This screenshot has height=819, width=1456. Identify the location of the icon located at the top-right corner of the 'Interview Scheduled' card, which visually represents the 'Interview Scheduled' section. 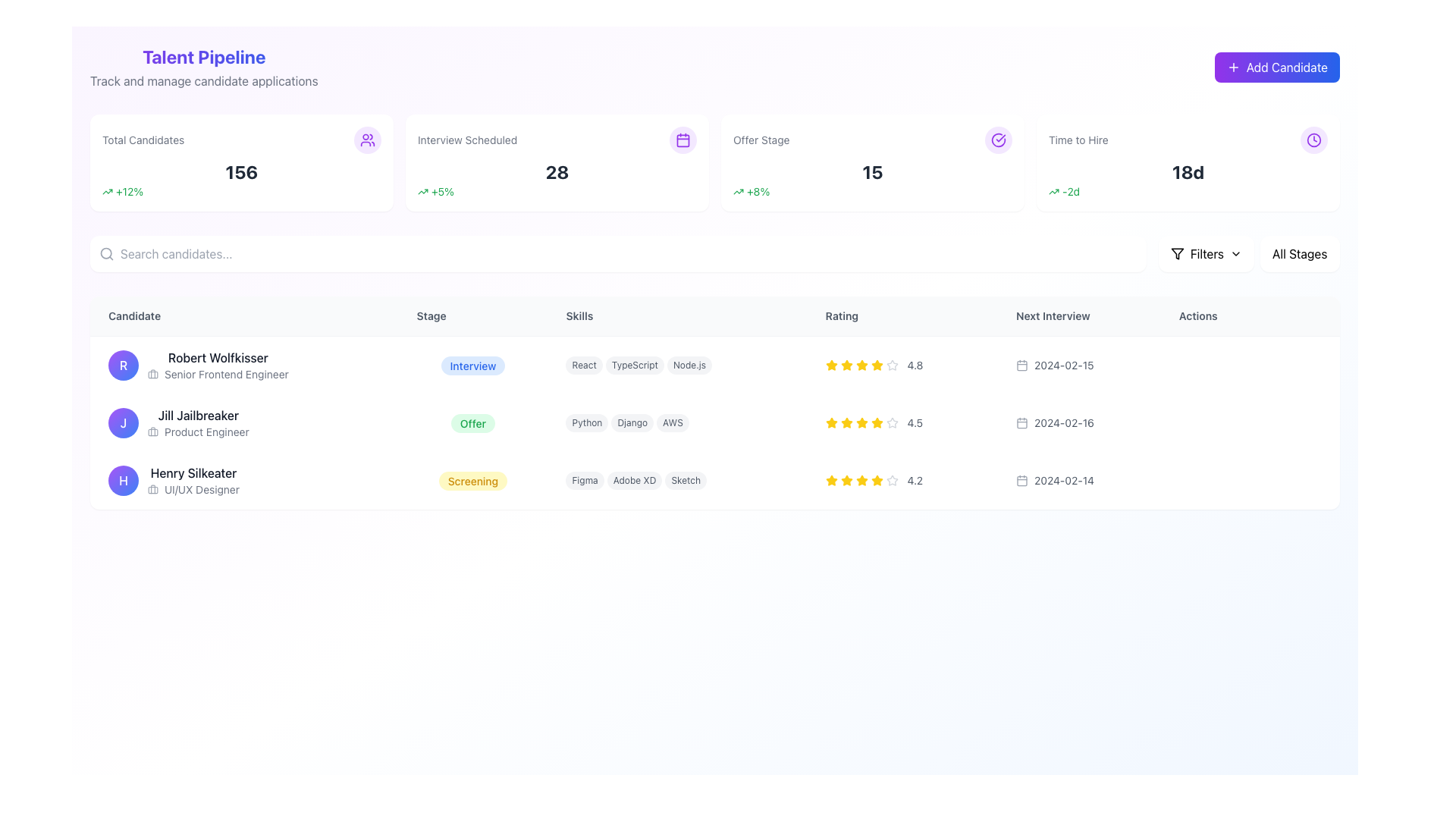
(682, 140).